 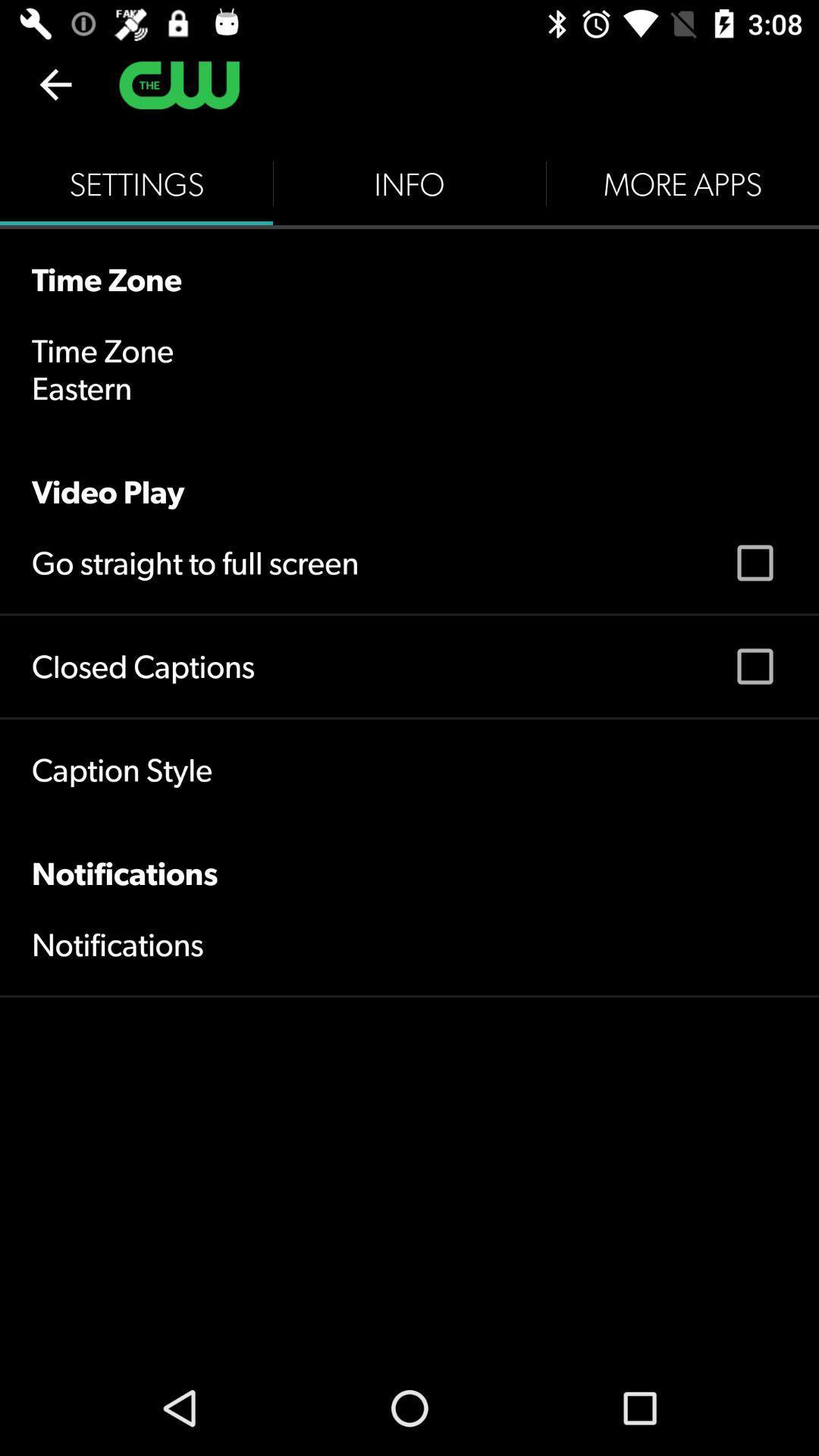 I want to click on closed captions item, so click(x=143, y=666).